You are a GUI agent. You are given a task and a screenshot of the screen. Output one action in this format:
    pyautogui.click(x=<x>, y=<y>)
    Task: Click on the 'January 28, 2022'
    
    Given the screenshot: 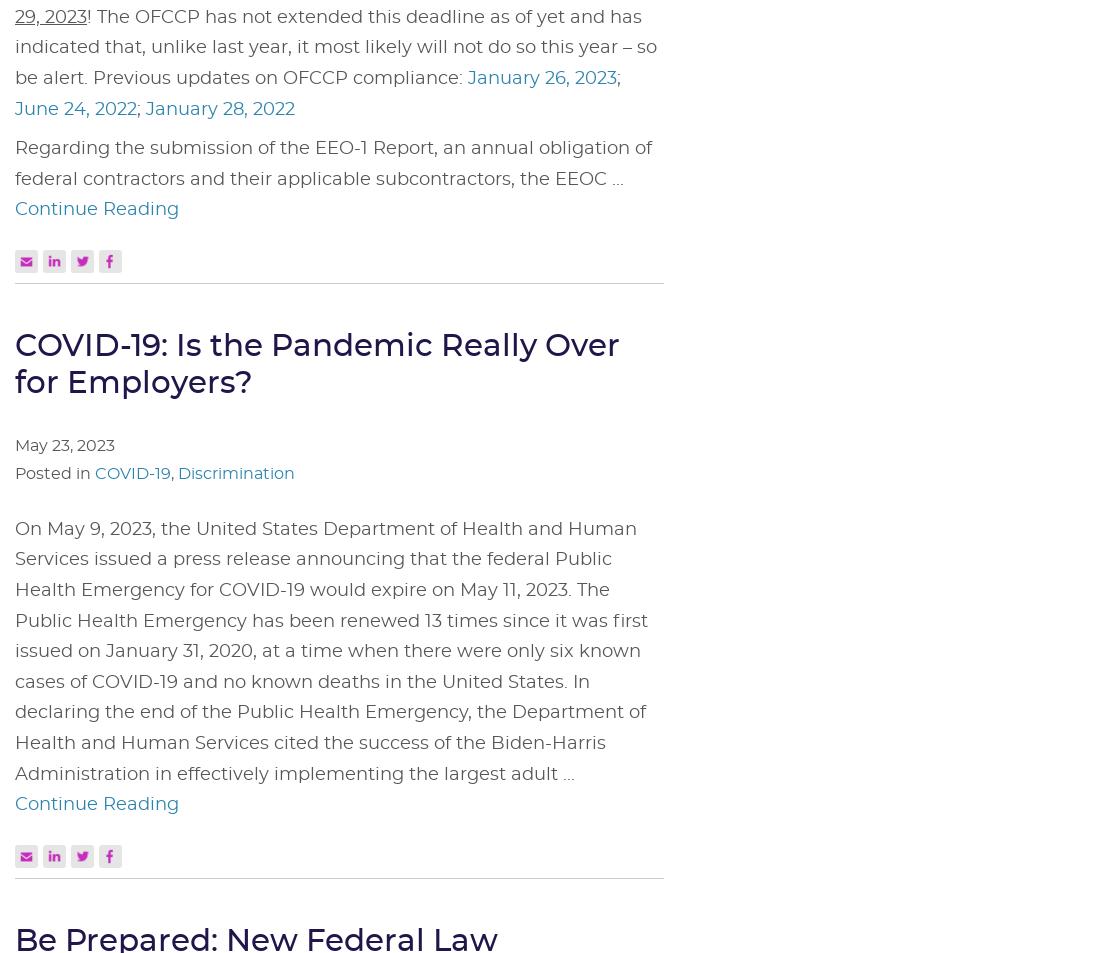 What is the action you would take?
    pyautogui.click(x=220, y=108)
    